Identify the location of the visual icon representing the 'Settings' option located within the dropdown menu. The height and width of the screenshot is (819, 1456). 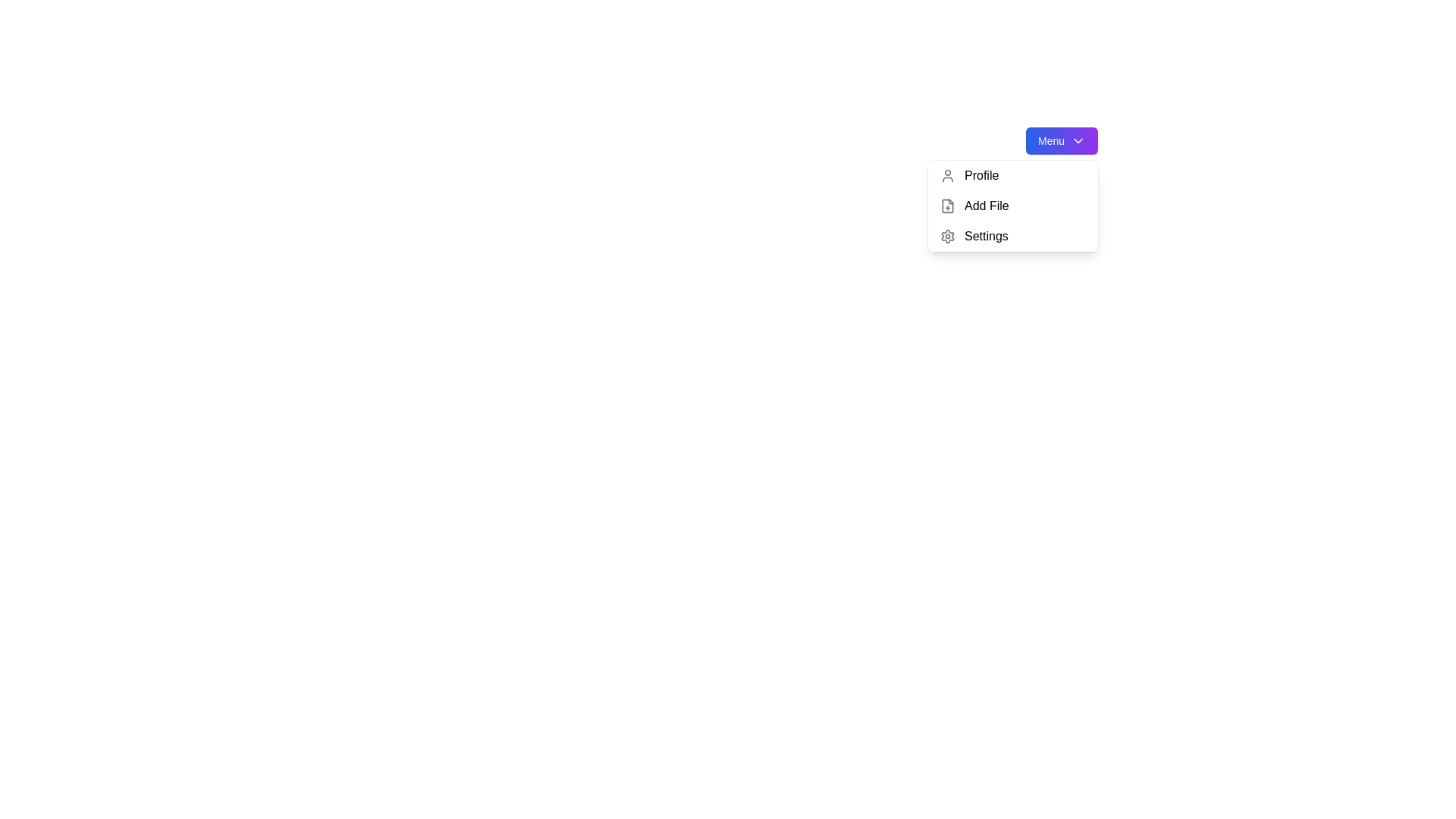
(946, 237).